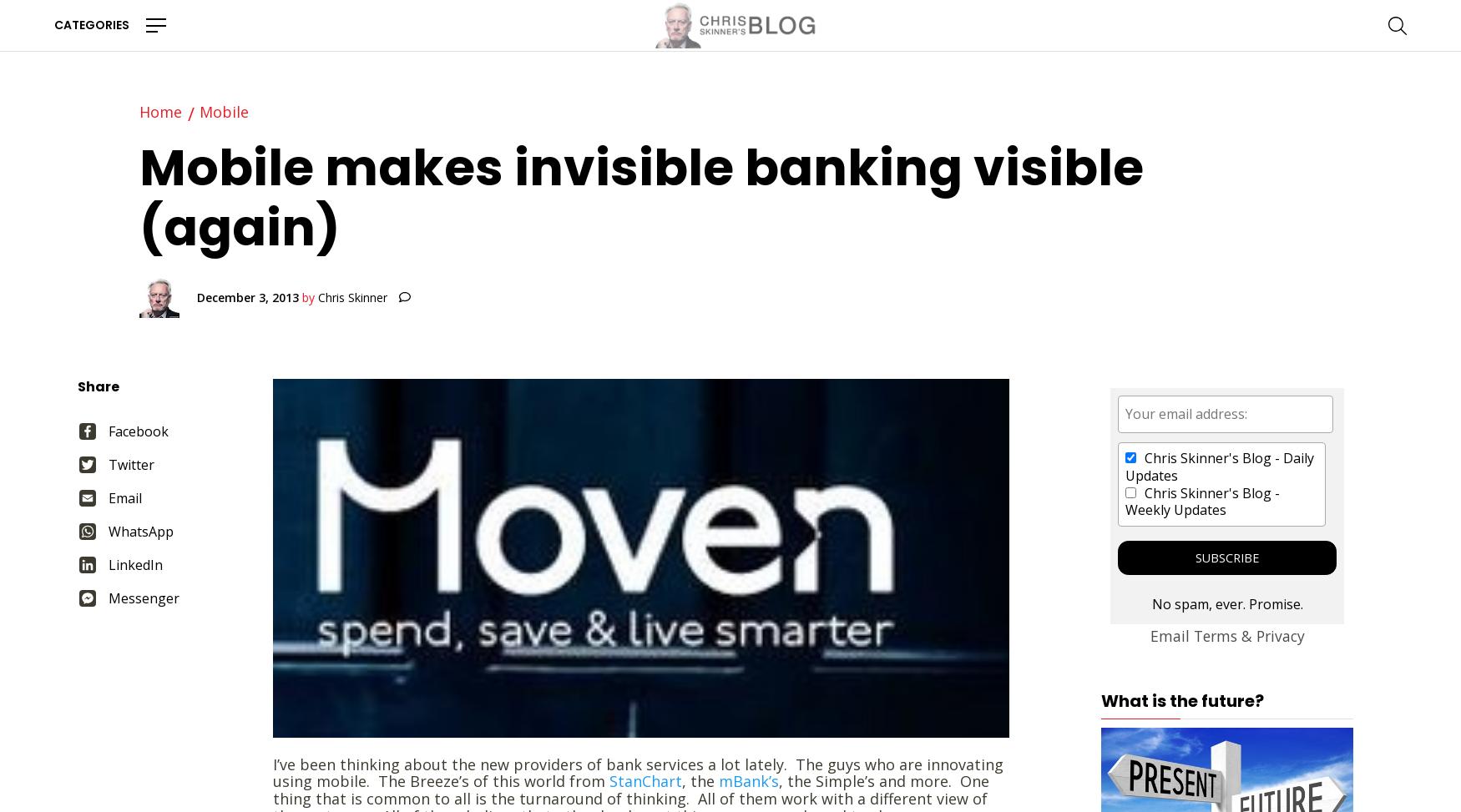 The height and width of the screenshot is (812, 1461). What do you see at coordinates (177, 288) in the screenshot?
I see `'Purpose'` at bounding box center [177, 288].